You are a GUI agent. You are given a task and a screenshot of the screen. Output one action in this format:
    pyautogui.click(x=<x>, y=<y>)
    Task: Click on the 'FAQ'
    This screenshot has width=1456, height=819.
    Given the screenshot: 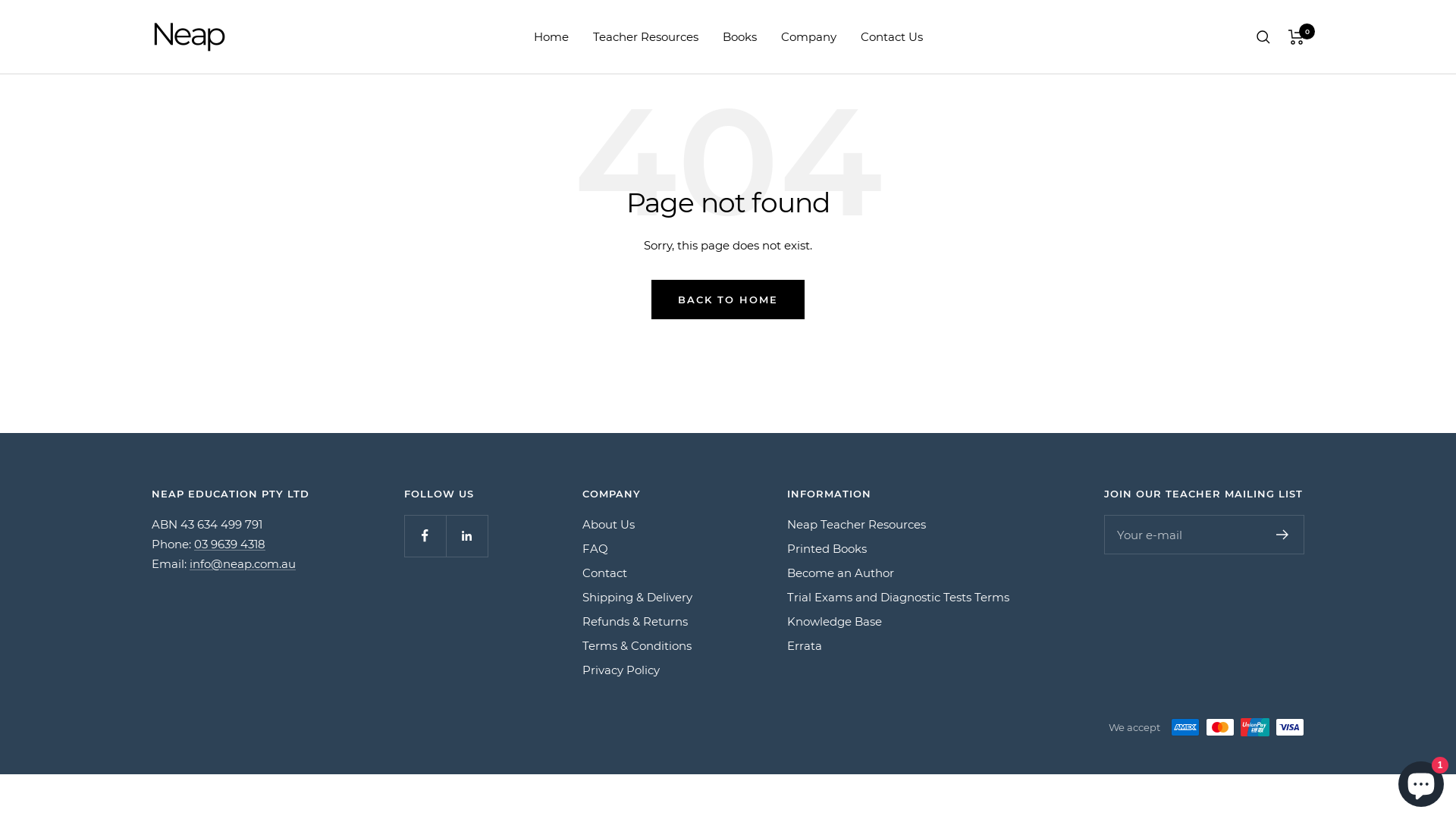 What is the action you would take?
    pyautogui.click(x=595, y=549)
    